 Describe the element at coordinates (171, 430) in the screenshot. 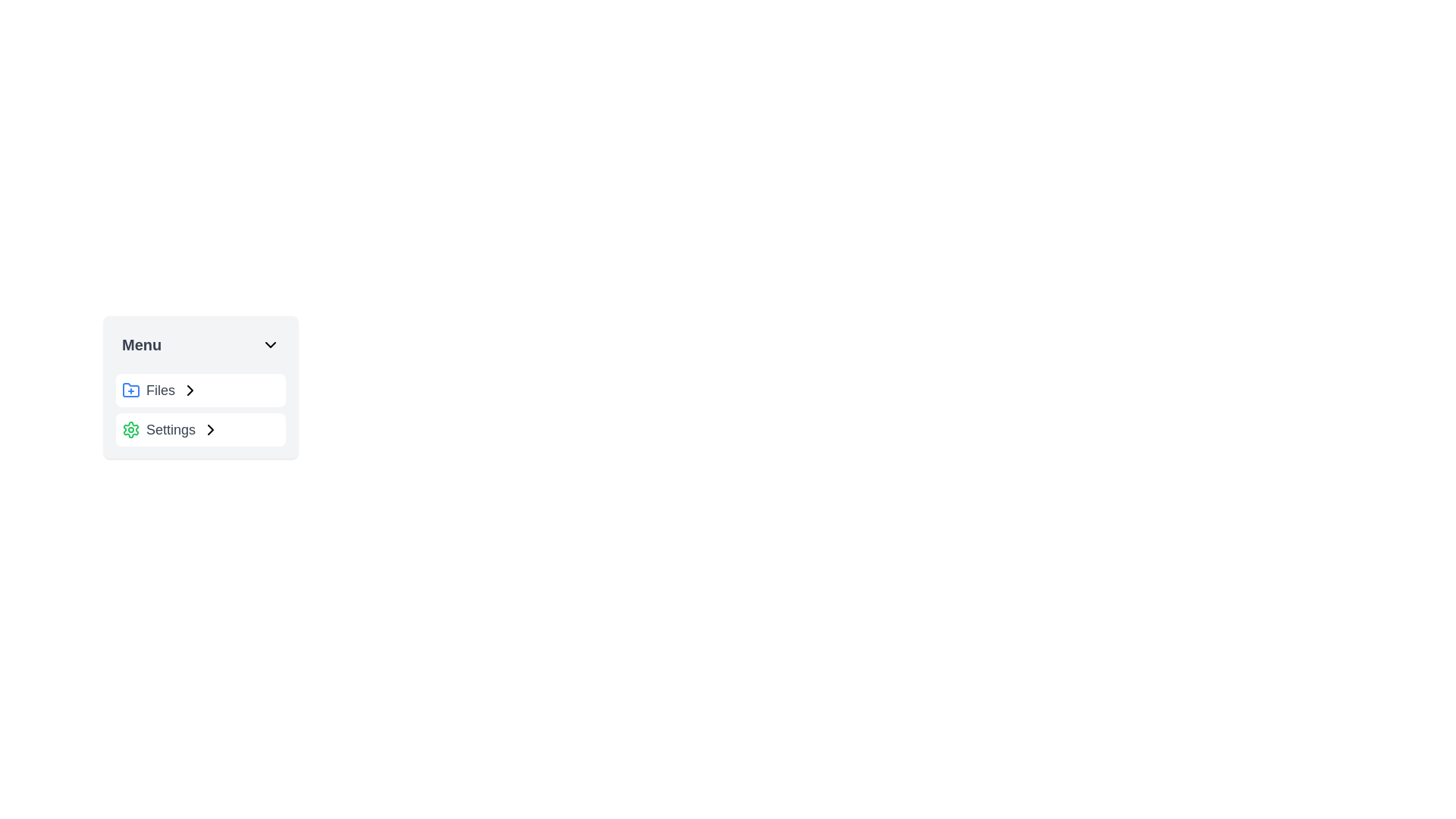

I see `the 'Settings' label in the menu, which is positioned under the 'Files' row and aligned with a green gear icon to its left` at that location.